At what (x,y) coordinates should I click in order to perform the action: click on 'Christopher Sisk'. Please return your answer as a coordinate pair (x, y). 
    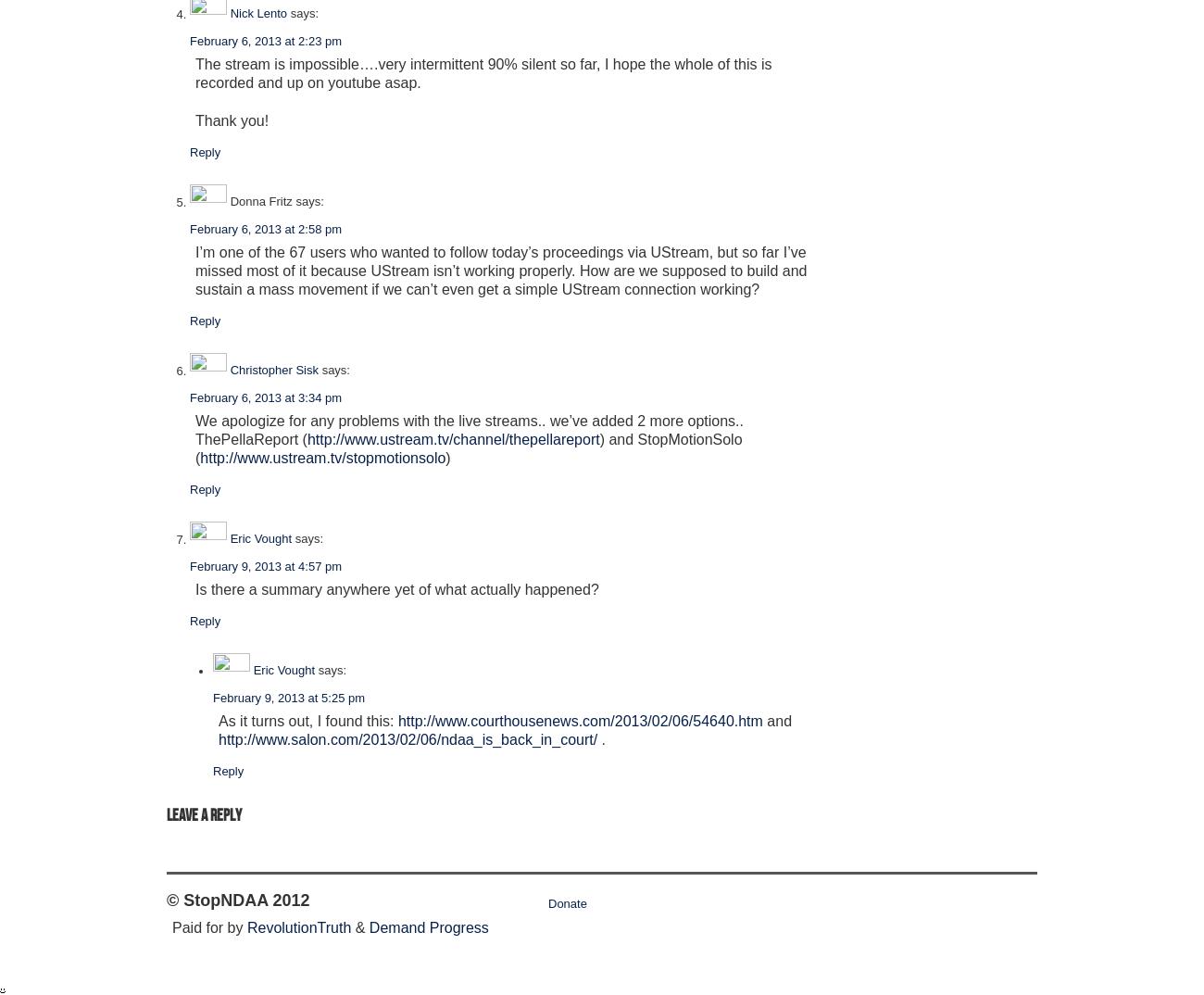
    Looking at the image, I should click on (274, 370).